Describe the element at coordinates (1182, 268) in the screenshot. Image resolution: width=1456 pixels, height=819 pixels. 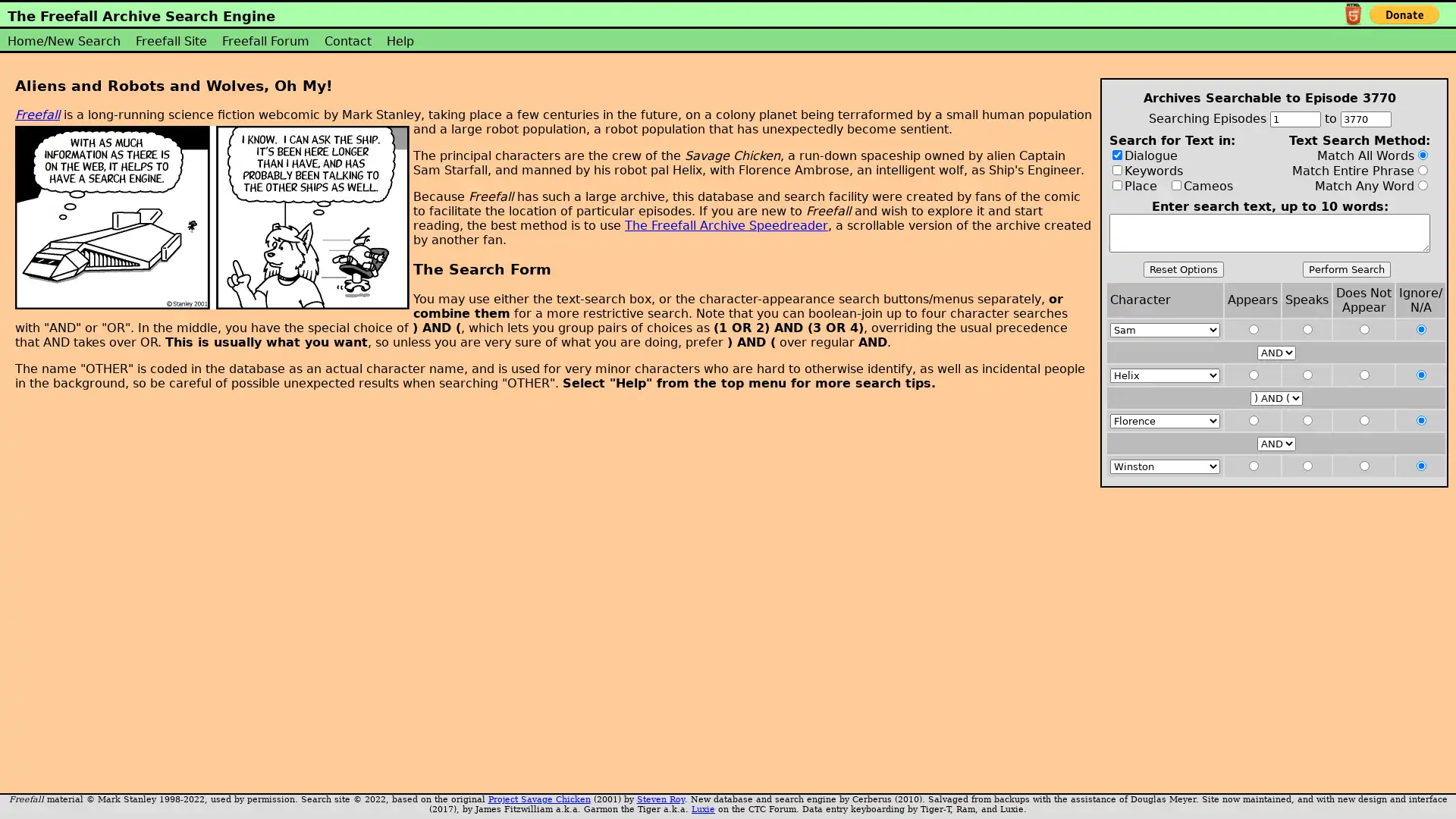
I see `Reset Options` at that location.